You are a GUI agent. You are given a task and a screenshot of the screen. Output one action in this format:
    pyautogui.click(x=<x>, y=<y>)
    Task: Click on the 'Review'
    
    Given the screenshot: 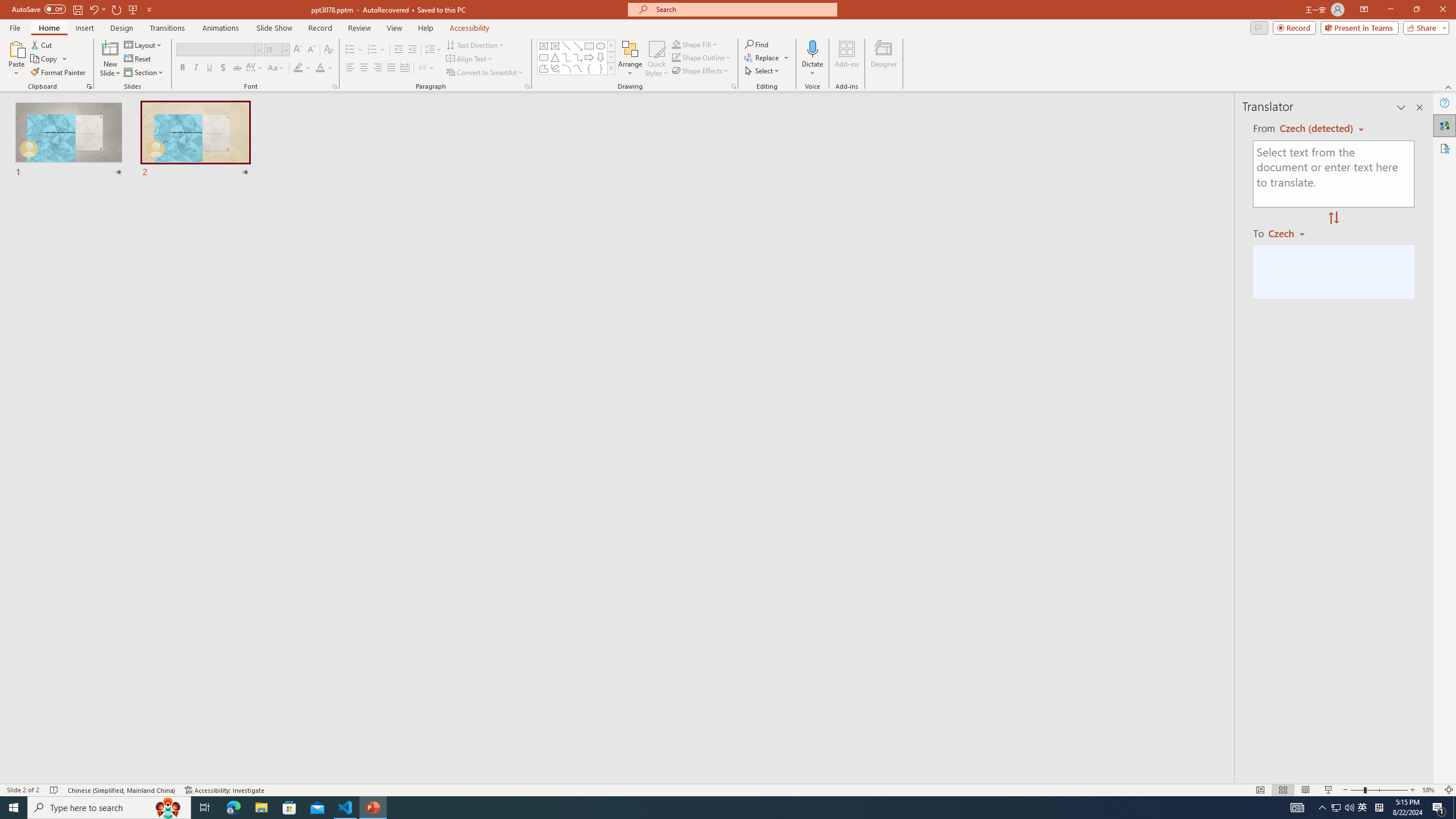 What is the action you would take?
    pyautogui.click(x=359, y=28)
    